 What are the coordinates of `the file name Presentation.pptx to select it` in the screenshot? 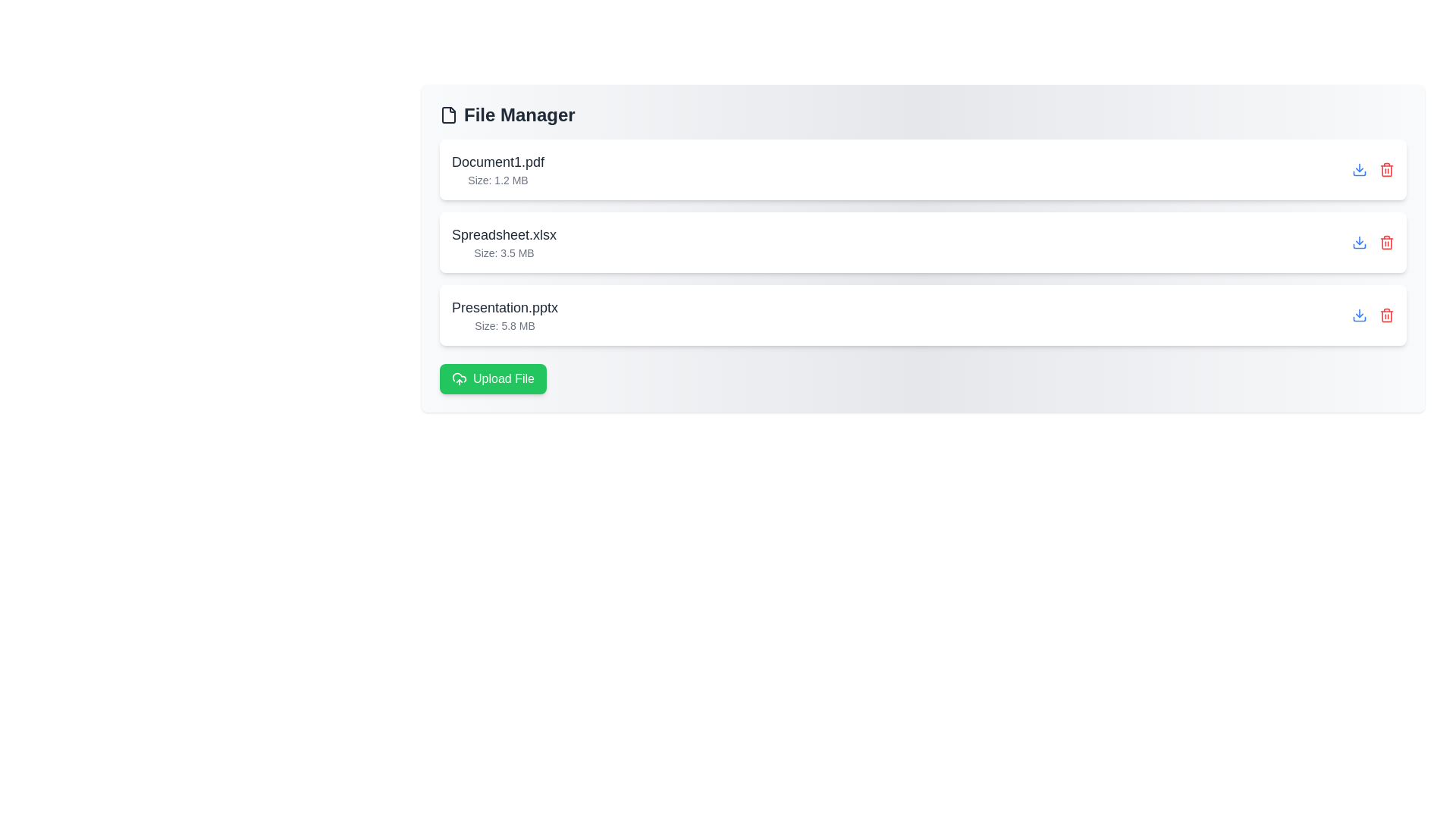 It's located at (505, 307).